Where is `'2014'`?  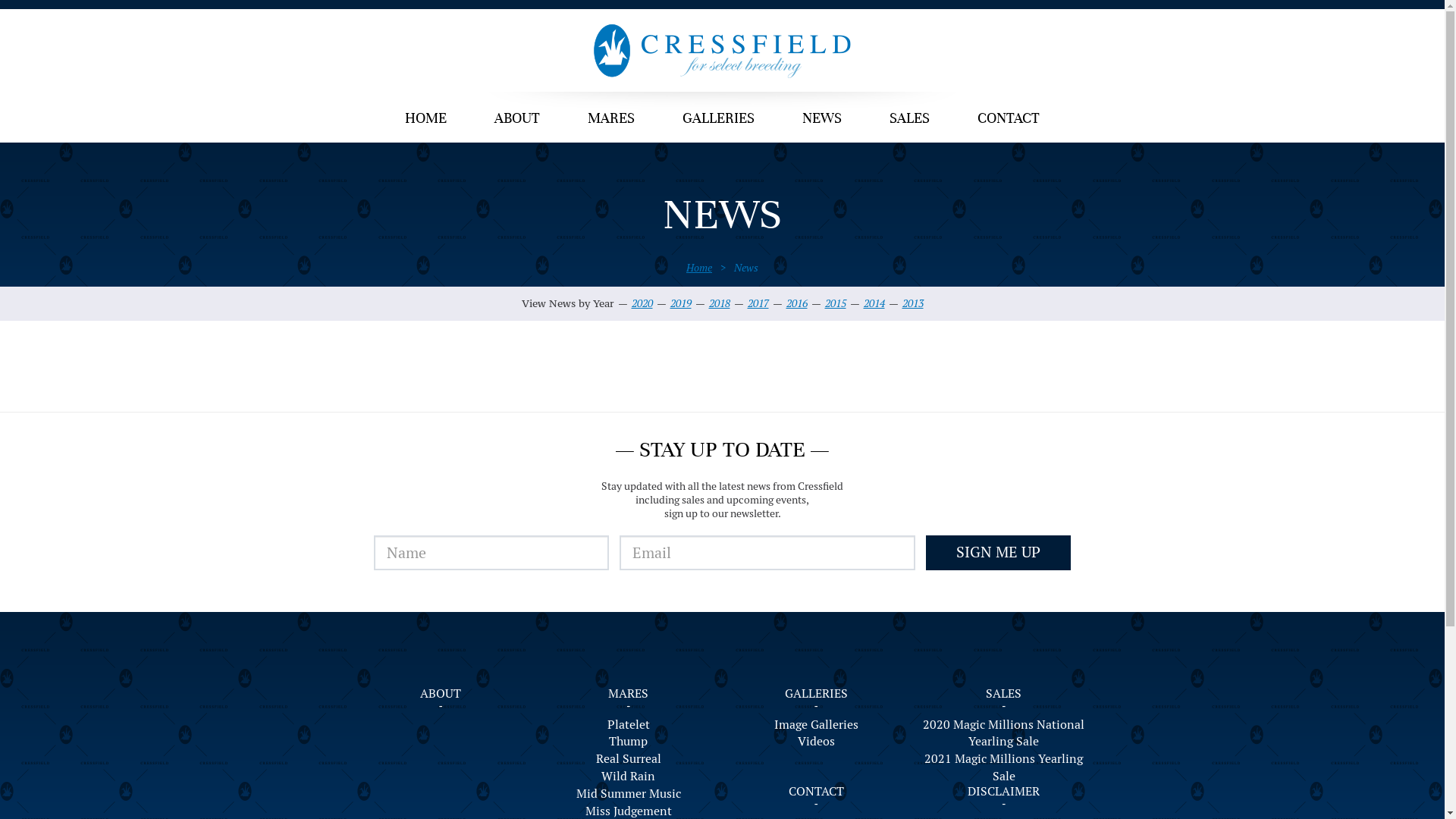 '2014' is located at coordinates (874, 303).